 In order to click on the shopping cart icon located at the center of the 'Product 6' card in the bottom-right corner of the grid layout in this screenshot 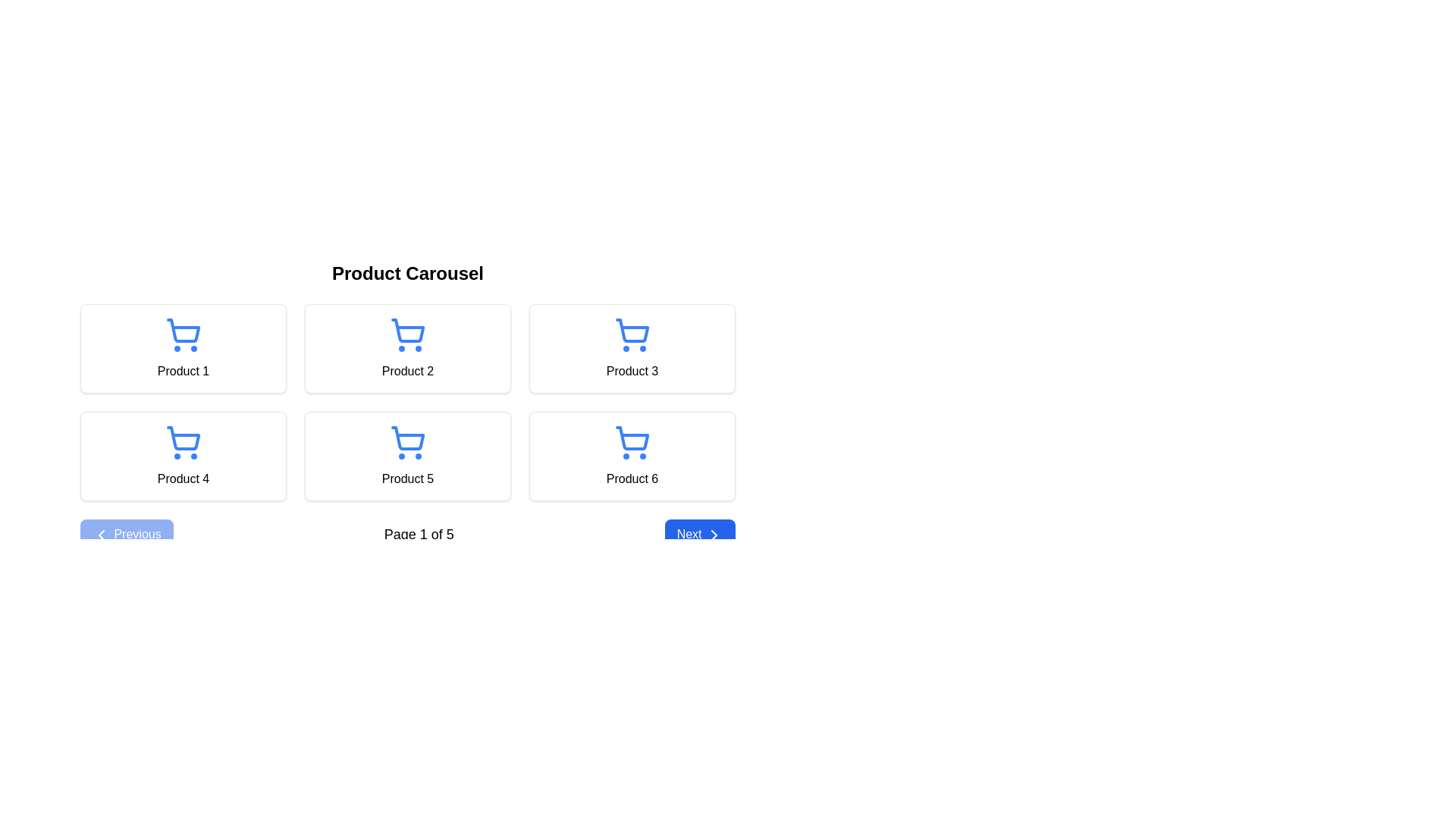, I will do `click(632, 442)`.